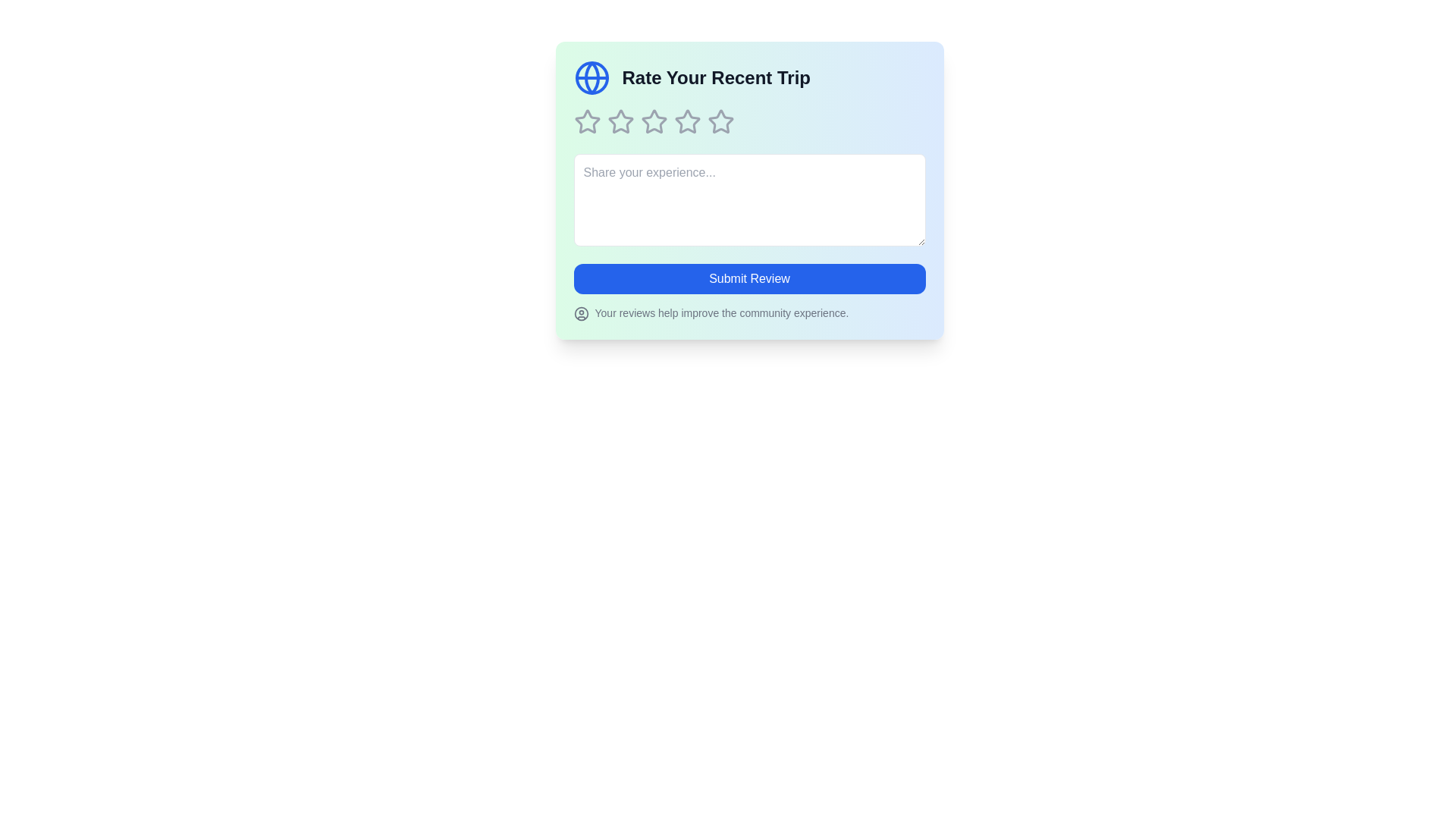 This screenshot has width=1456, height=819. Describe the element at coordinates (654, 121) in the screenshot. I see `the star corresponding to 3` at that location.